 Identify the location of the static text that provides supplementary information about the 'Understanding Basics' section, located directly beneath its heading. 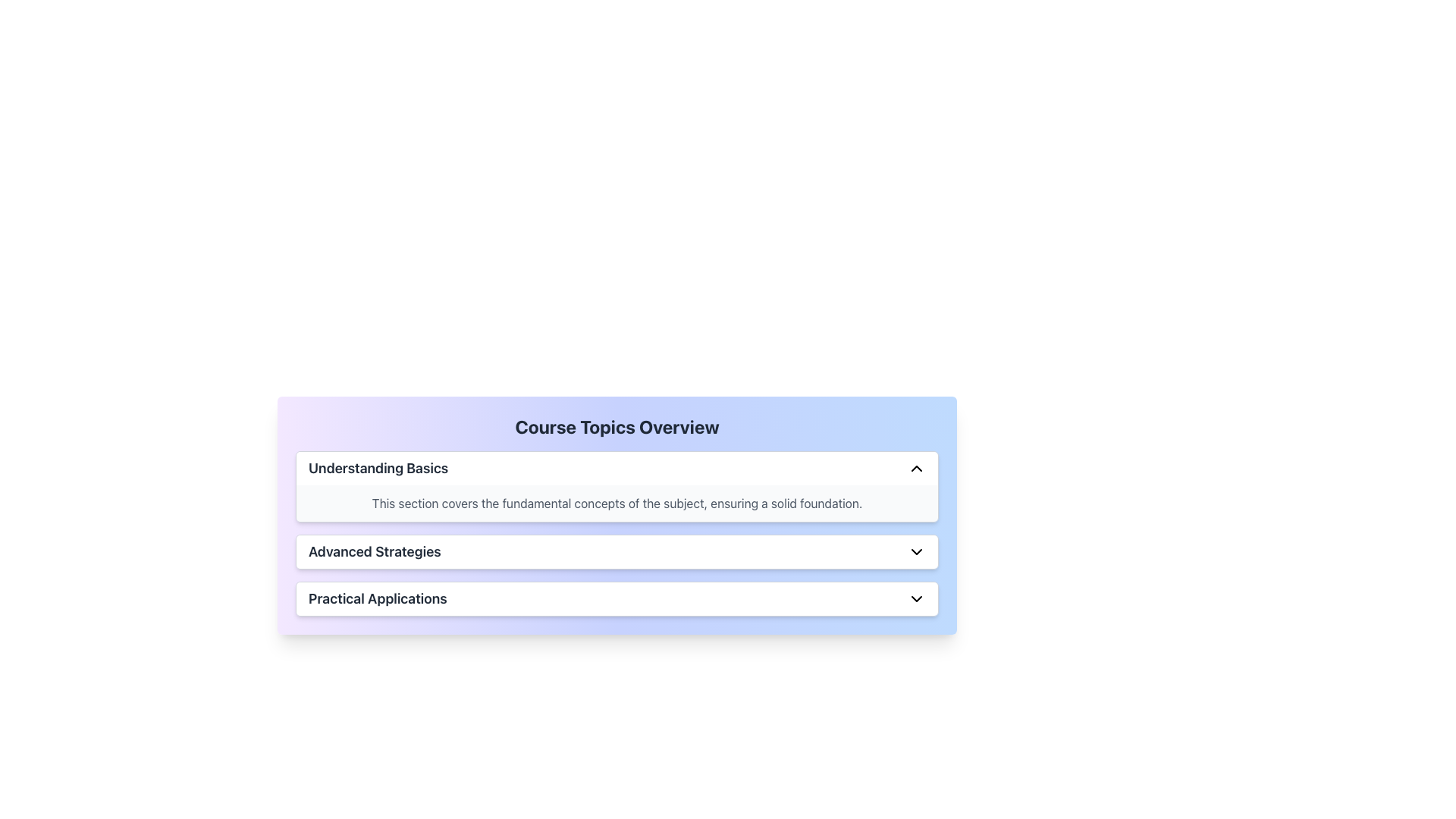
(617, 503).